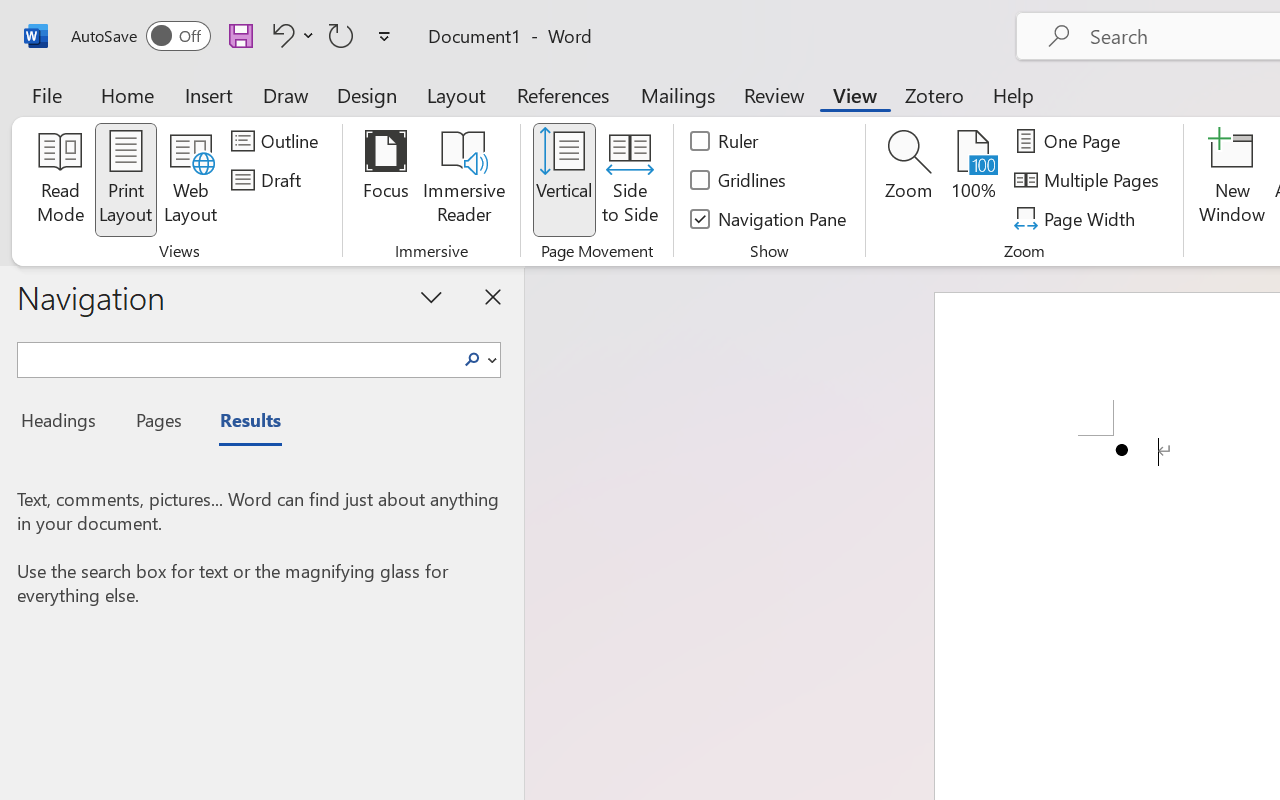 This screenshot has width=1280, height=800. Describe the element at coordinates (738, 179) in the screenshot. I see `'Gridlines'` at that location.